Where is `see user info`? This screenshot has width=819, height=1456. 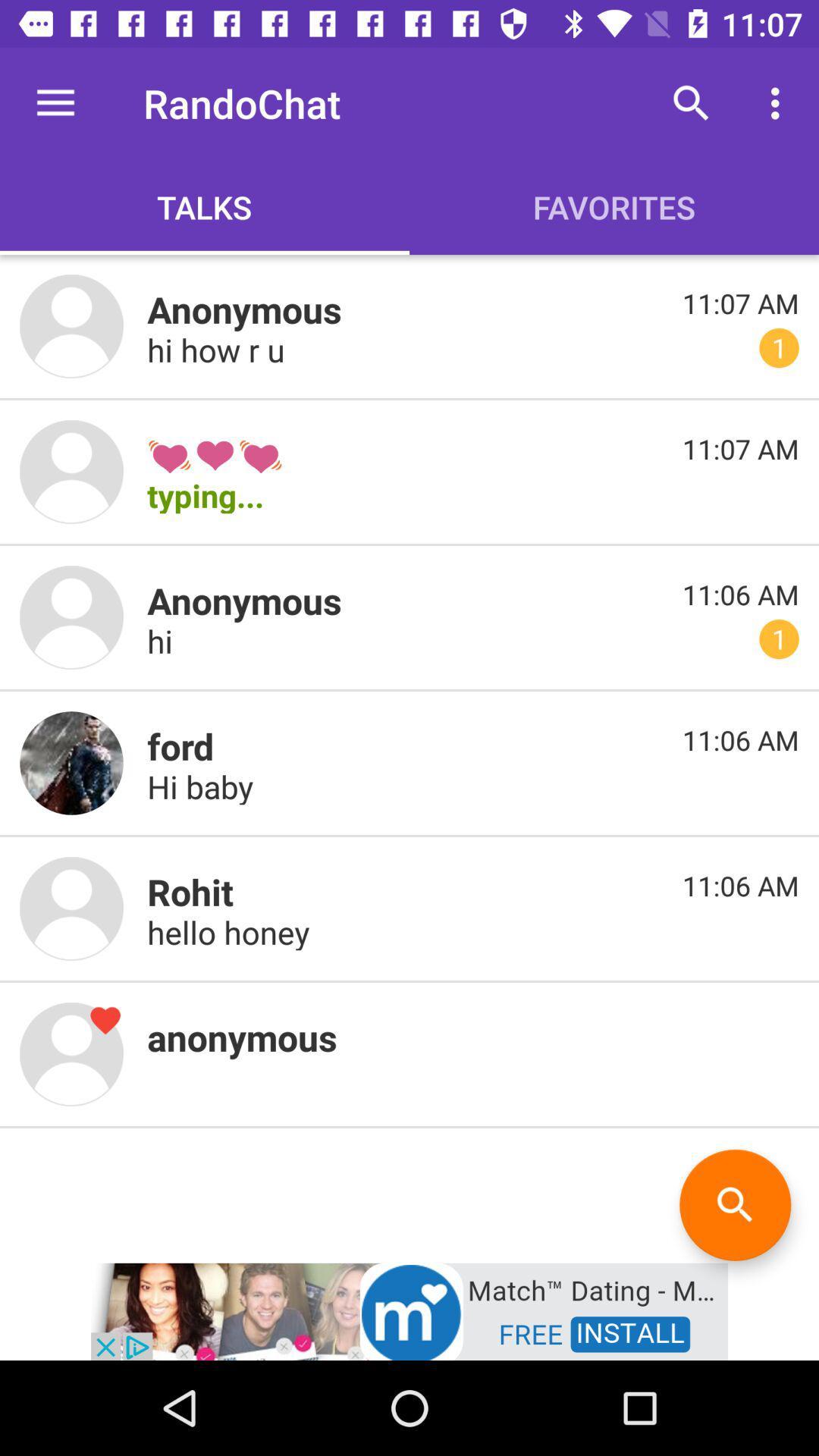 see user info is located at coordinates (71, 908).